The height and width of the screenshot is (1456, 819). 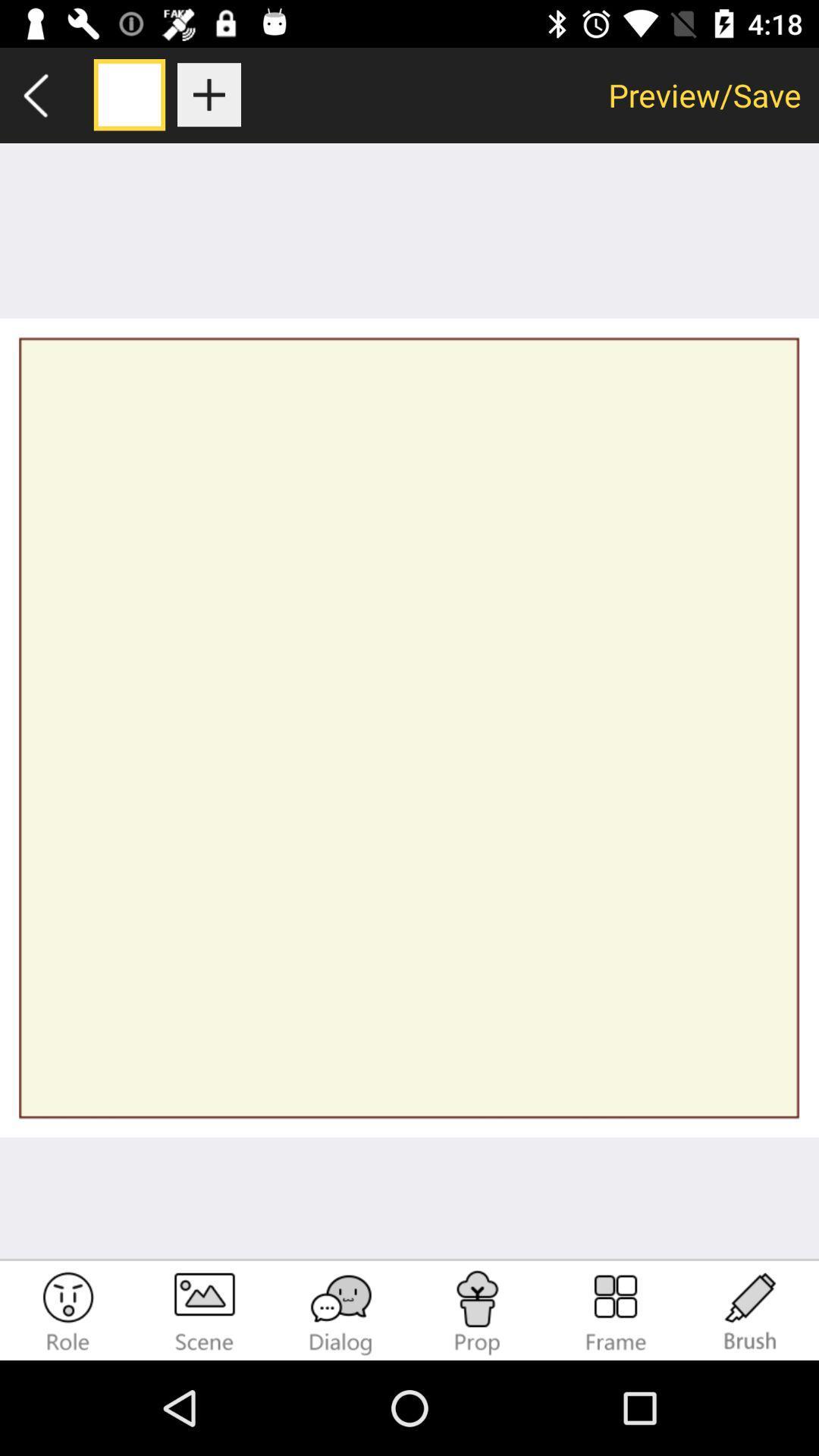 What do you see at coordinates (205, 1312) in the screenshot?
I see `the wallpaper icon` at bounding box center [205, 1312].